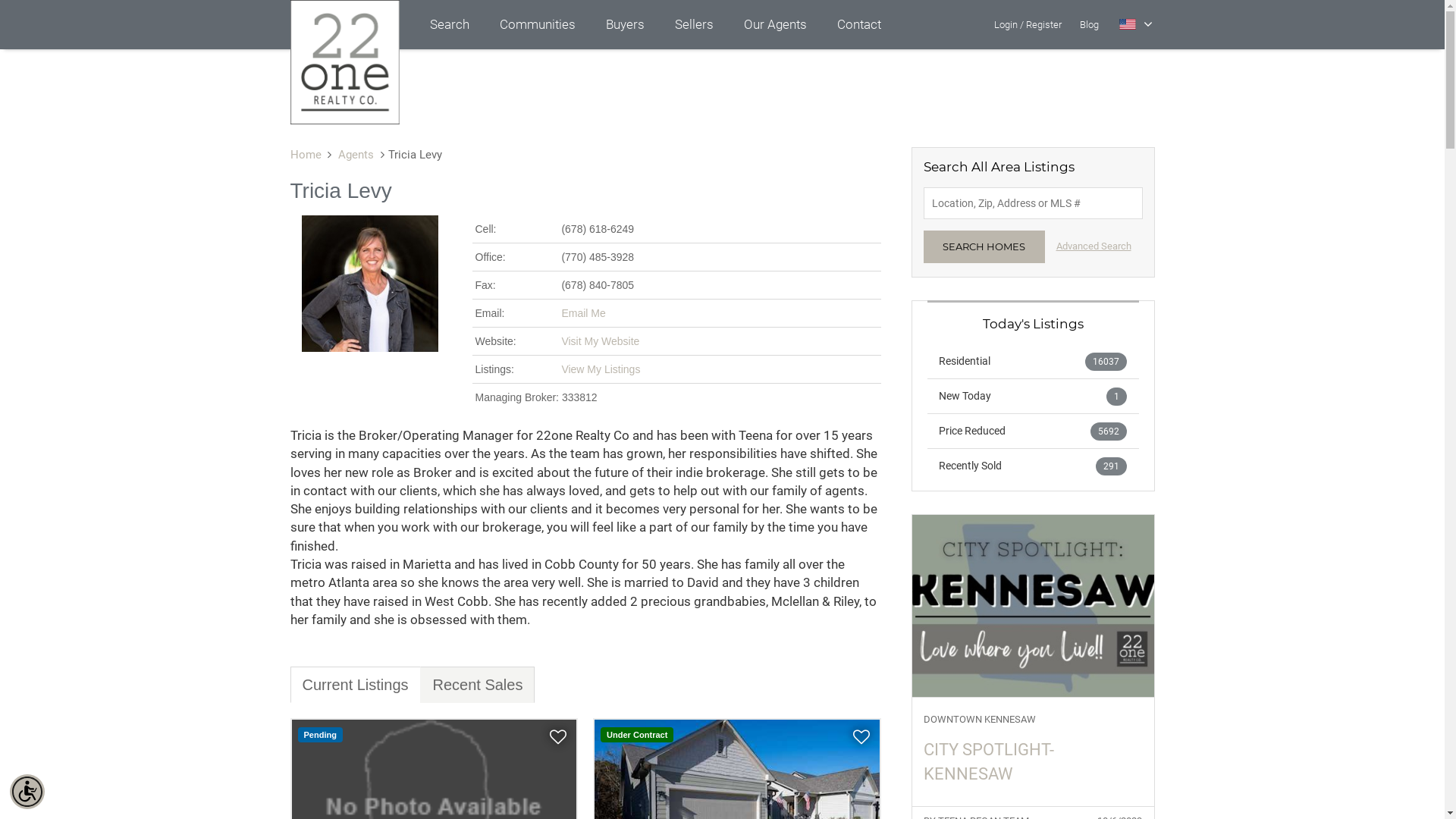 The width and height of the screenshot is (1456, 819). What do you see at coordinates (599, 341) in the screenshot?
I see `'Visit My Website'` at bounding box center [599, 341].